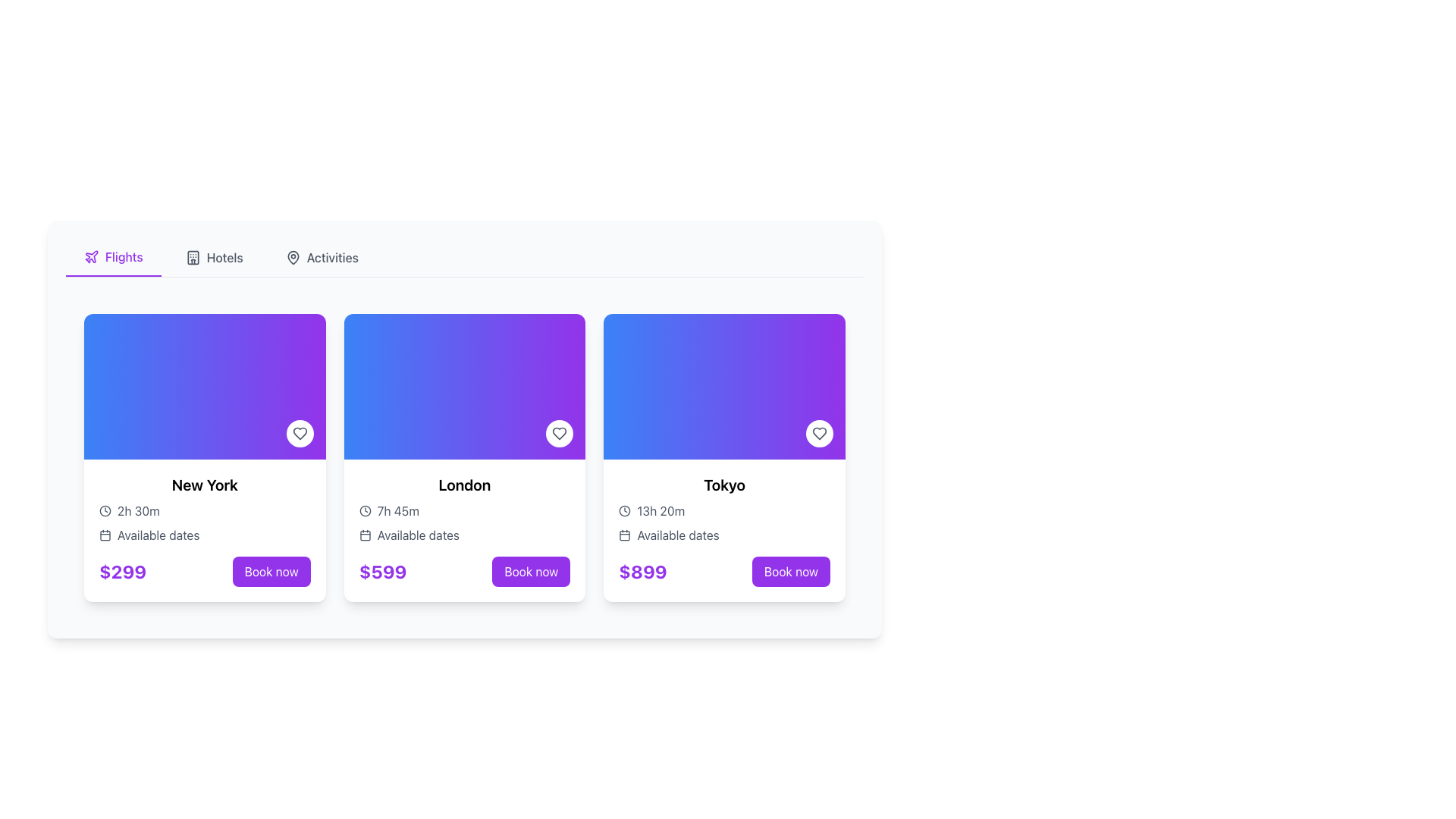  What do you see at coordinates (192, 256) in the screenshot?
I see `the hotel icon located in the navigation bar next to the 'Hotels' text` at bounding box center [192, 256].